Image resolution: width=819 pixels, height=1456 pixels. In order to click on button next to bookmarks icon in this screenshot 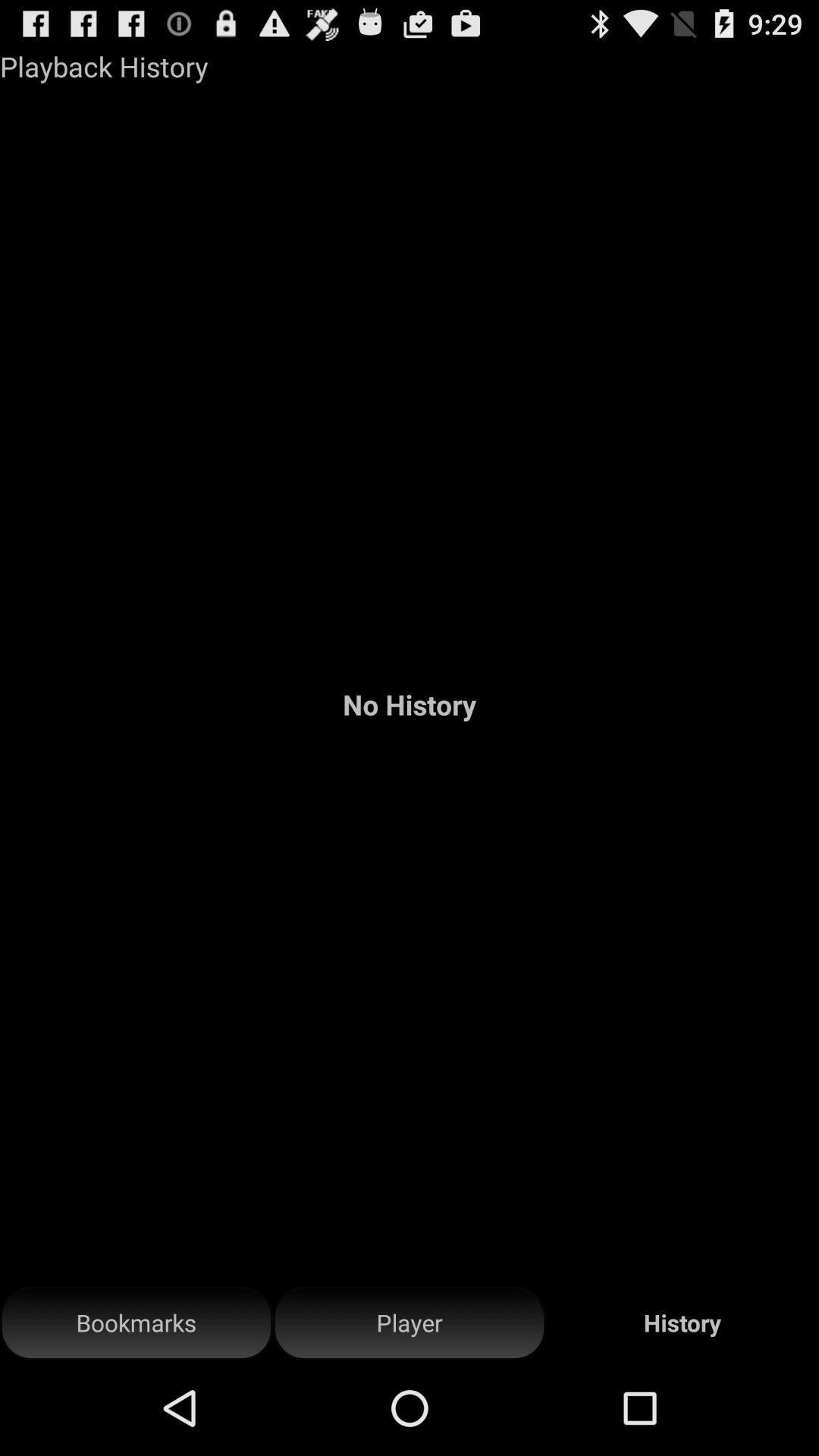, I will do `click(409, 1323)`.